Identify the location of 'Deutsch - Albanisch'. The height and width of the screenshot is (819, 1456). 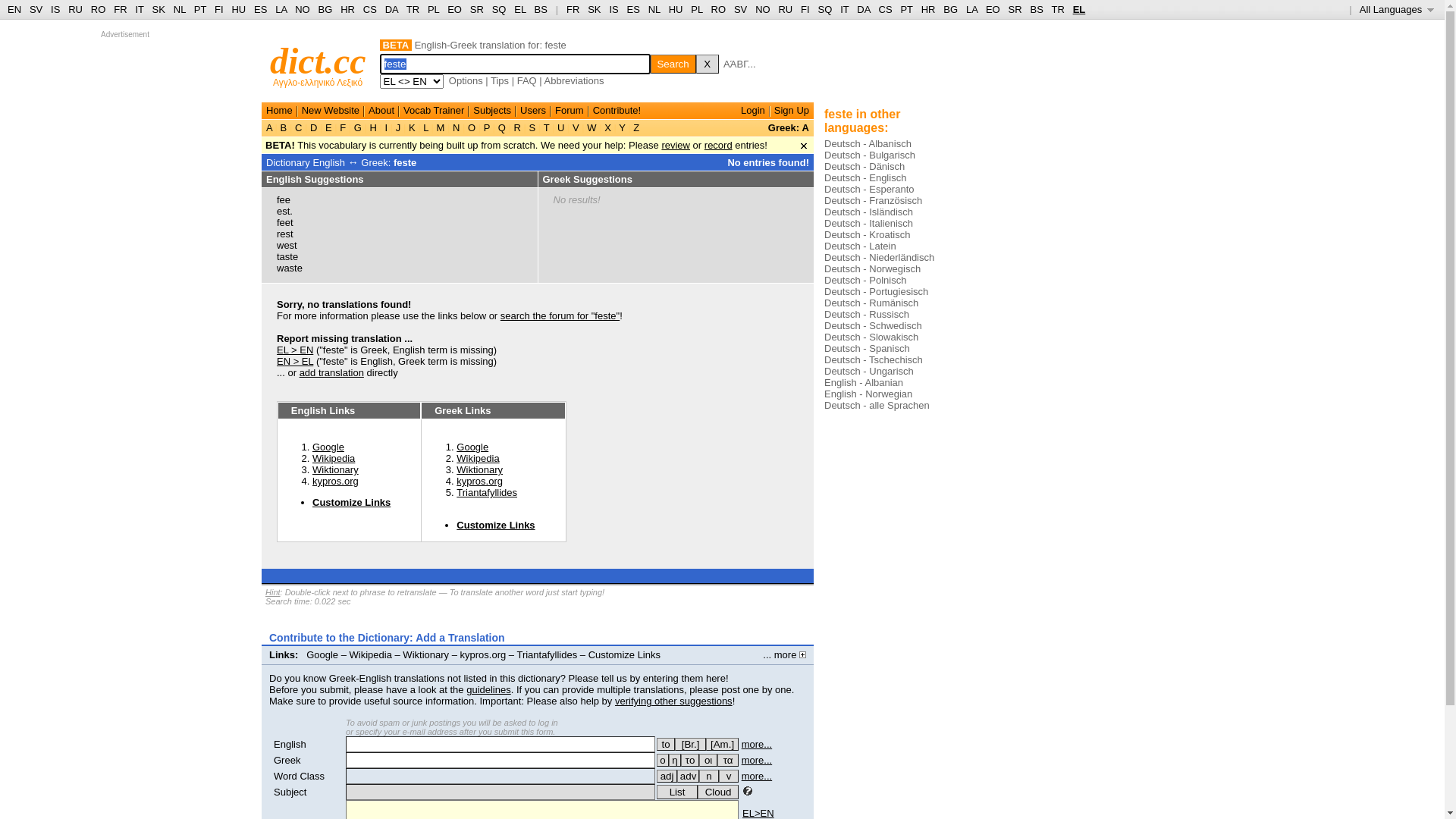
(868, 143).